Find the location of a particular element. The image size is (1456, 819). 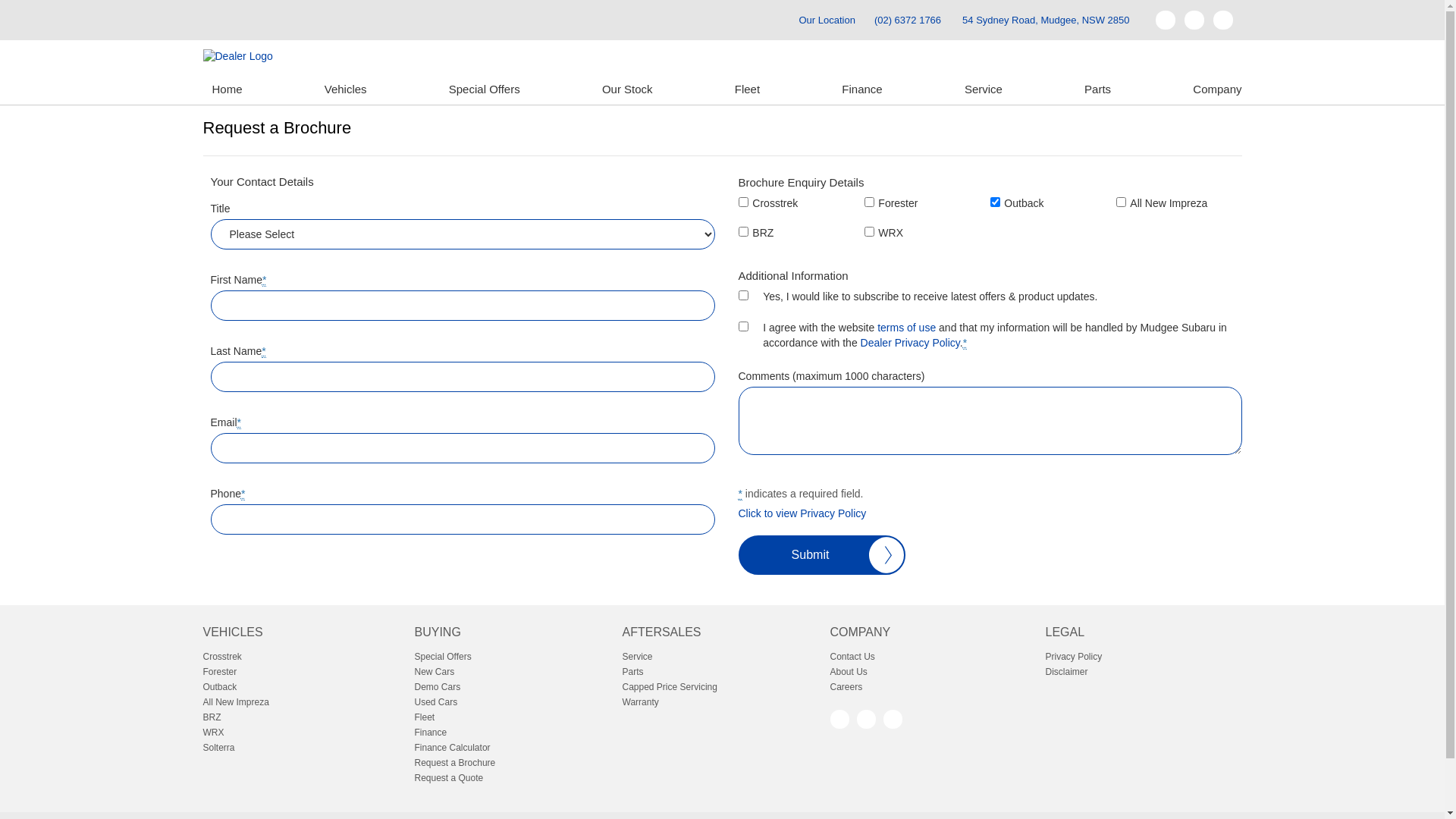

'Finance' is located at coordinates (832, 89).